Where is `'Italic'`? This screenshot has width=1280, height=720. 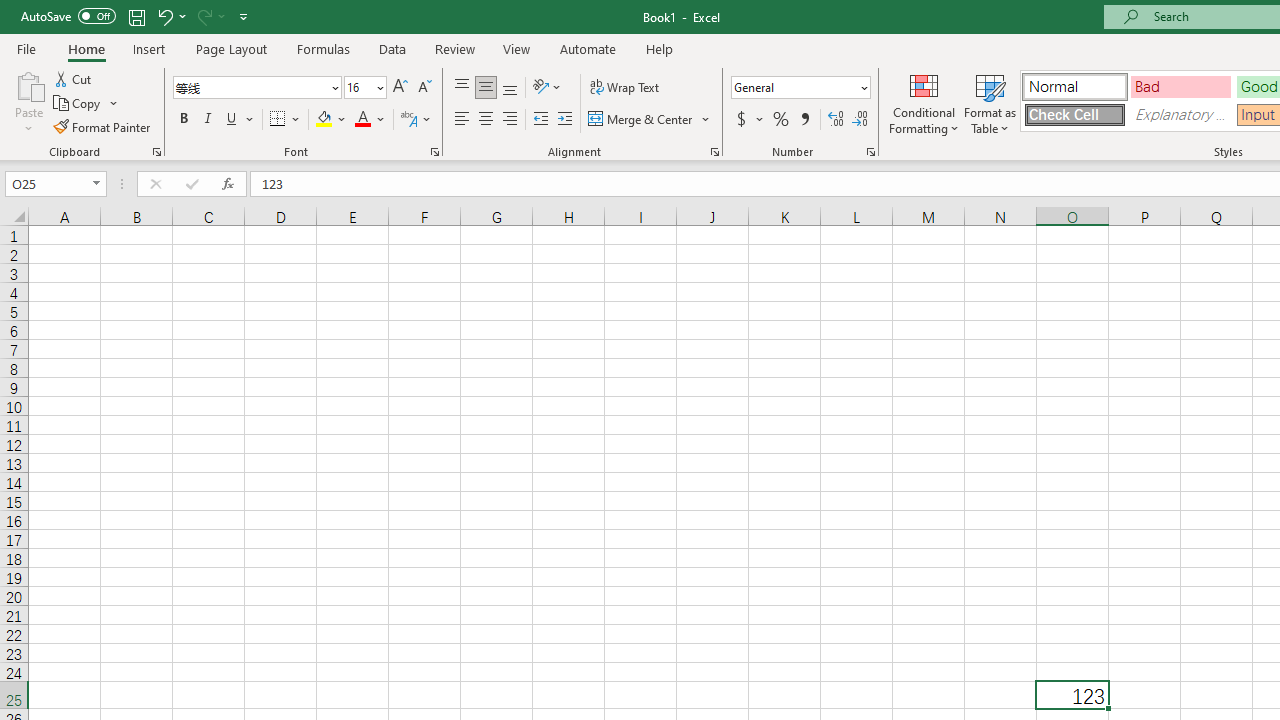
'Italic' is located at coordinates (208, 119).